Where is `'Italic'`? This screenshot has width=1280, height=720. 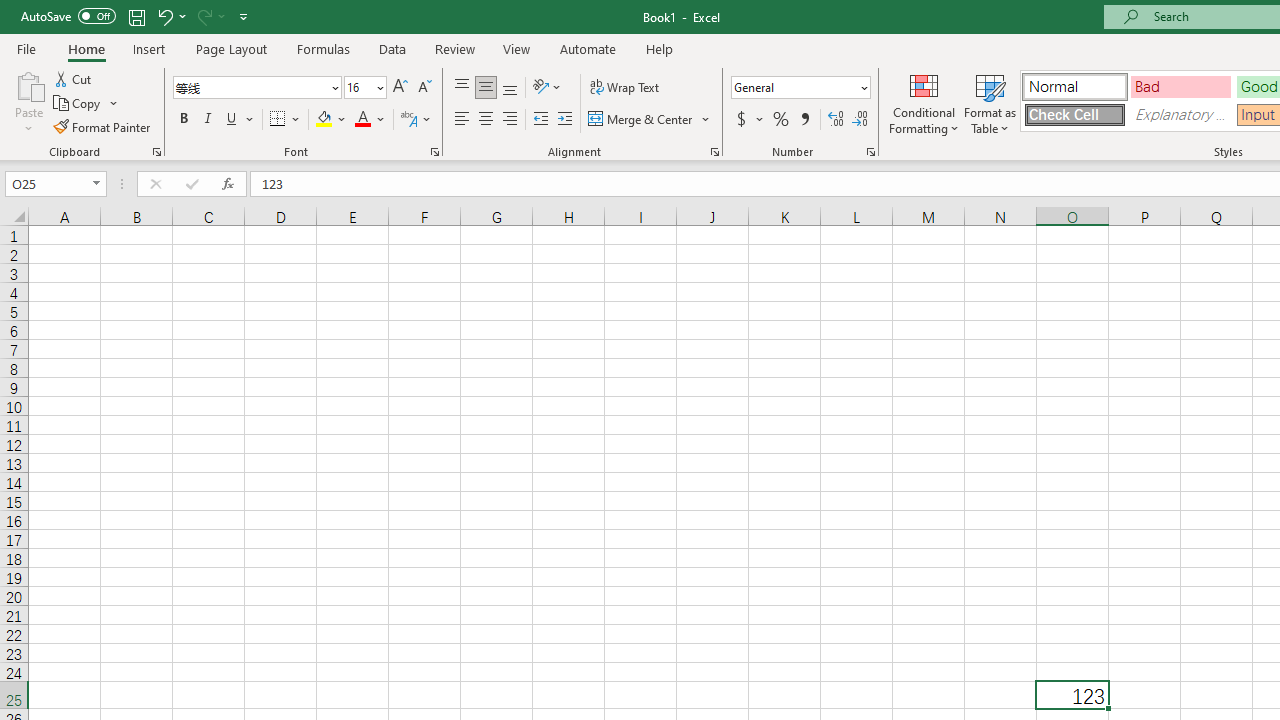
'Italic' is located at coordinates (208, 119).